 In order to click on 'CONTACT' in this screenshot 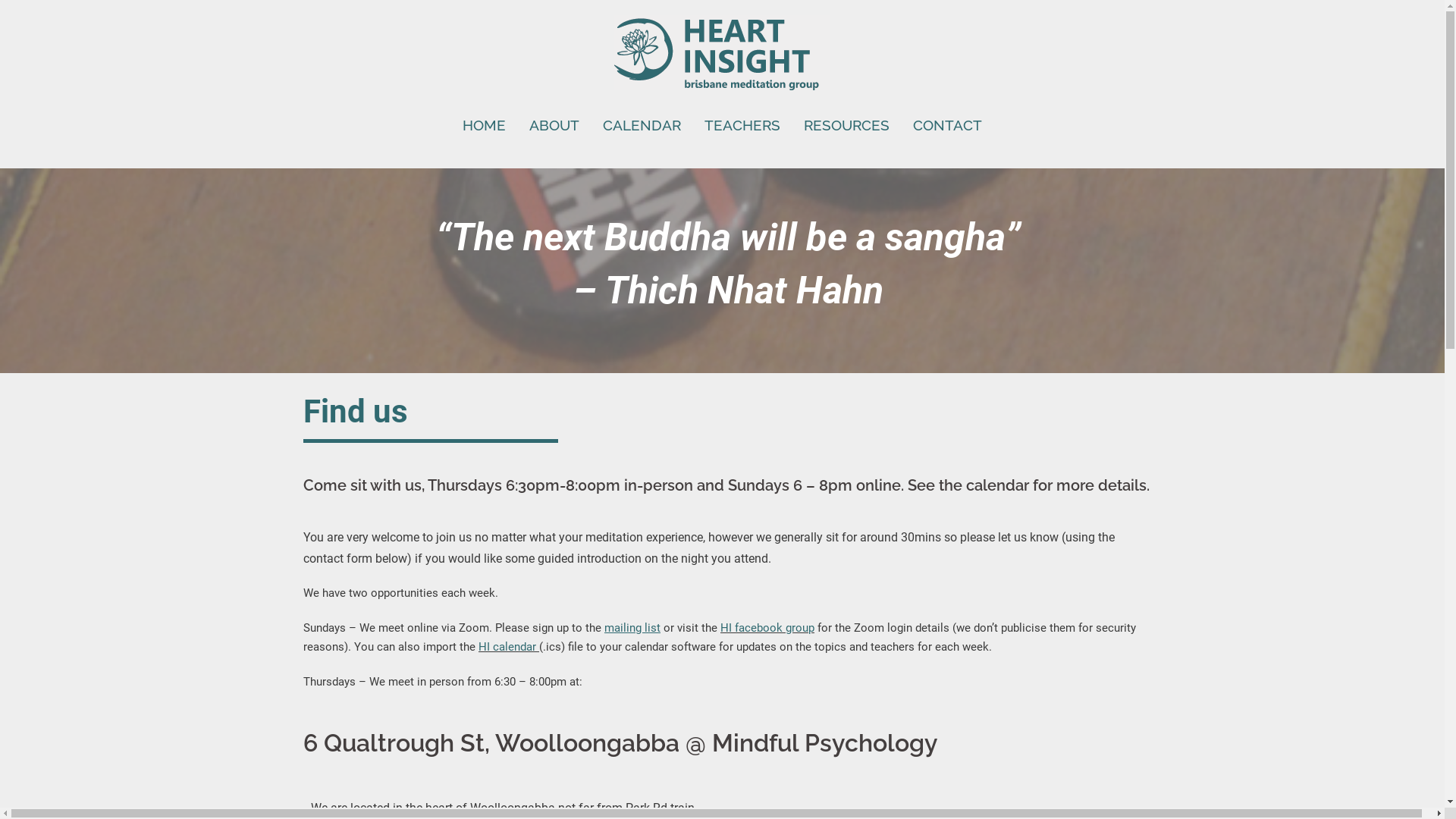, I will do `click(912, 124)`.